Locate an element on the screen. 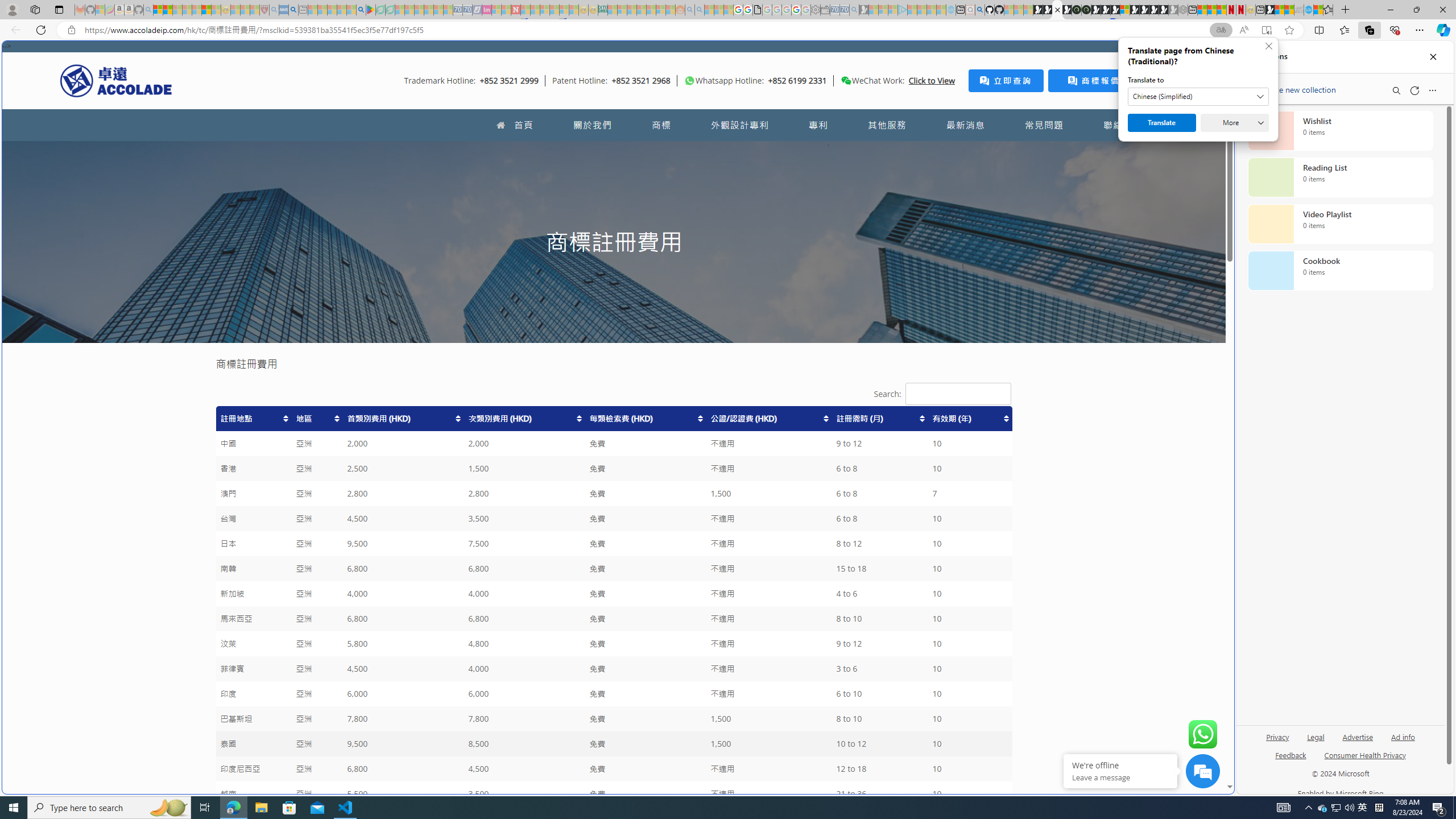 Image resolution: width=1456 pixels, height=819 pixels. 'Services - Maintenance | Sky Blue Bikes - Sky Blue Bikes' is located at coordinates (1308, 9).